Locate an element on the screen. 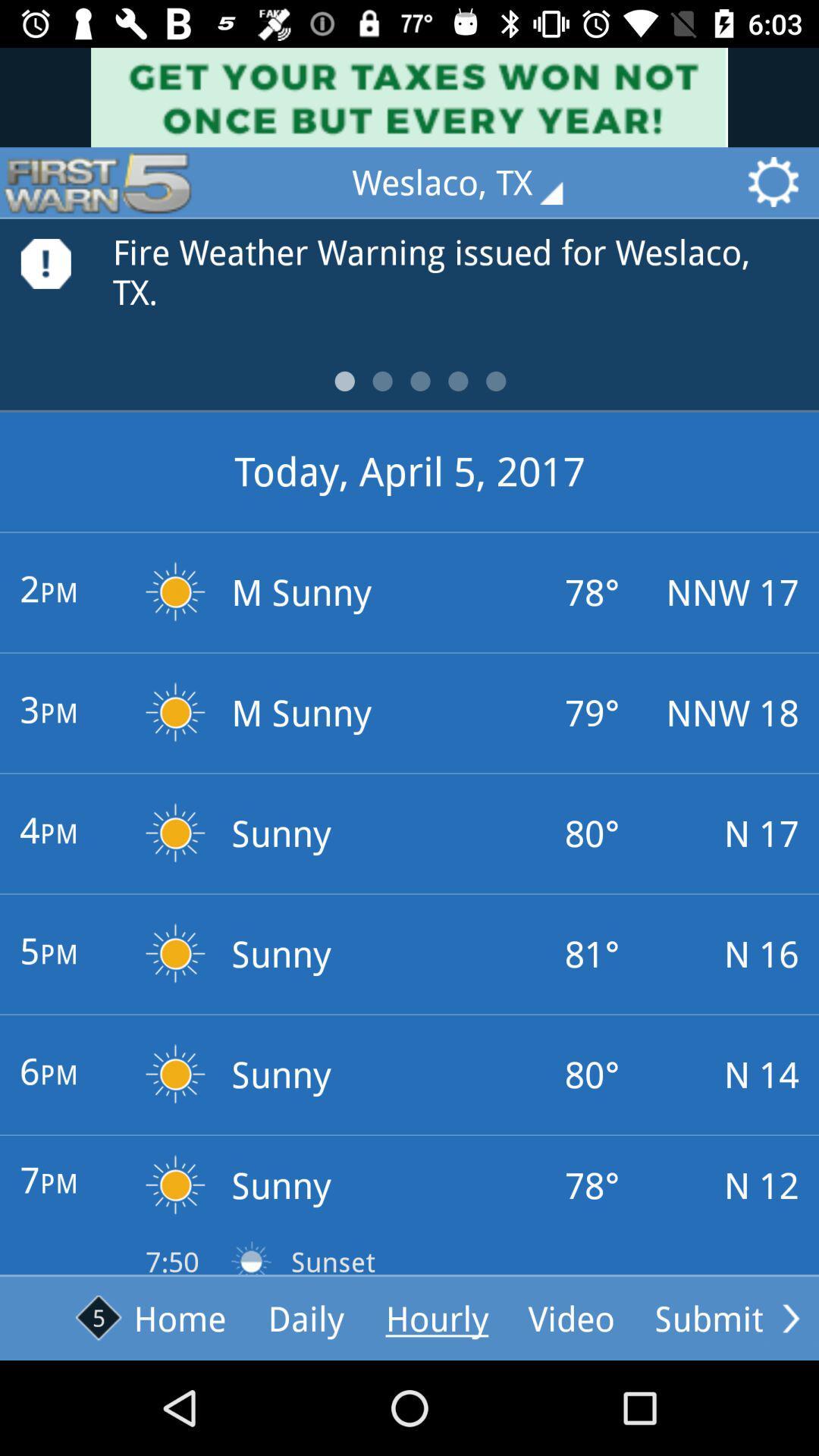 This screenshot has width=819, height=1456. sun icon right to 4pm text is located at coordinates (174, 850).